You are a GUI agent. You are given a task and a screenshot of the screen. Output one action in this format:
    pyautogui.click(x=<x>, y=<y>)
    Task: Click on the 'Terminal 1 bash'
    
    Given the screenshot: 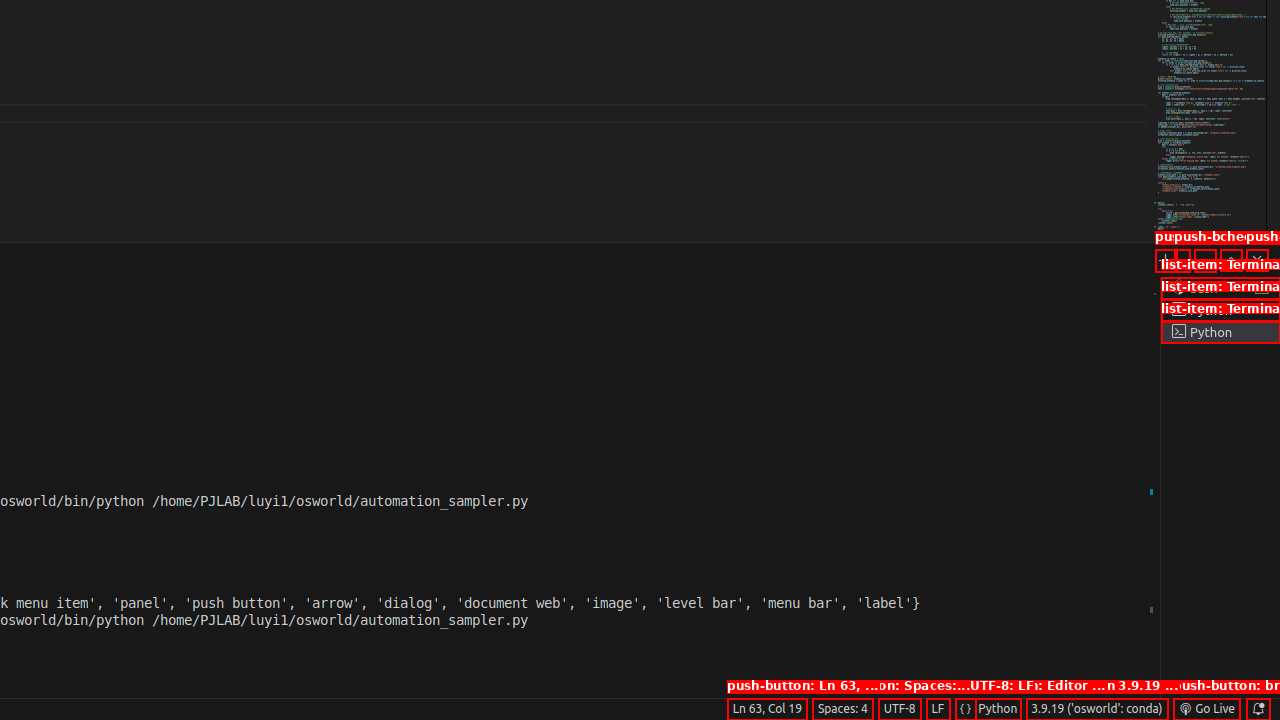 What is the action you would take?
    pyautogui.click(x=1219, y=288)
    